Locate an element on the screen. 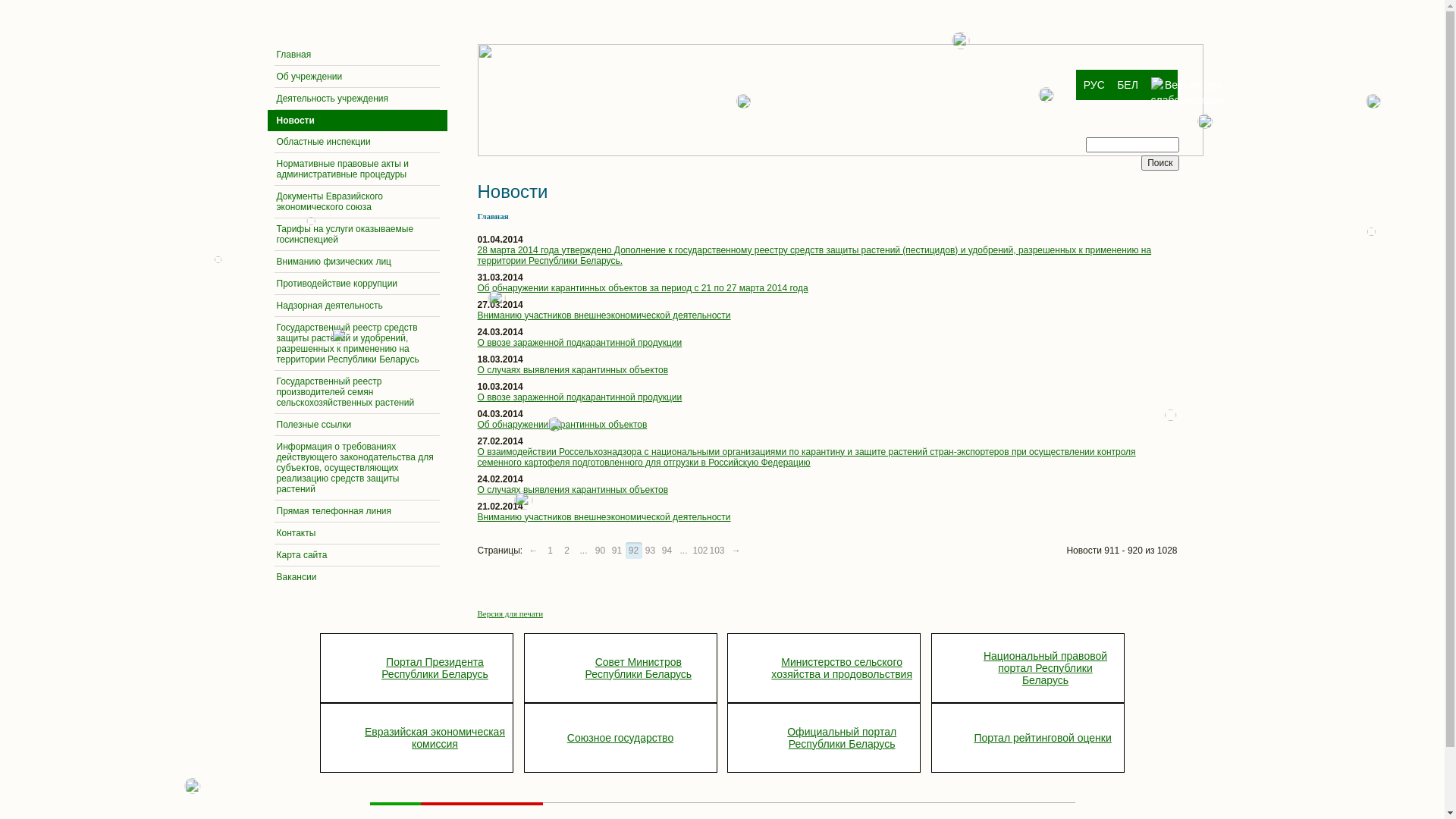  '103' is located at coordinates (716, 550).